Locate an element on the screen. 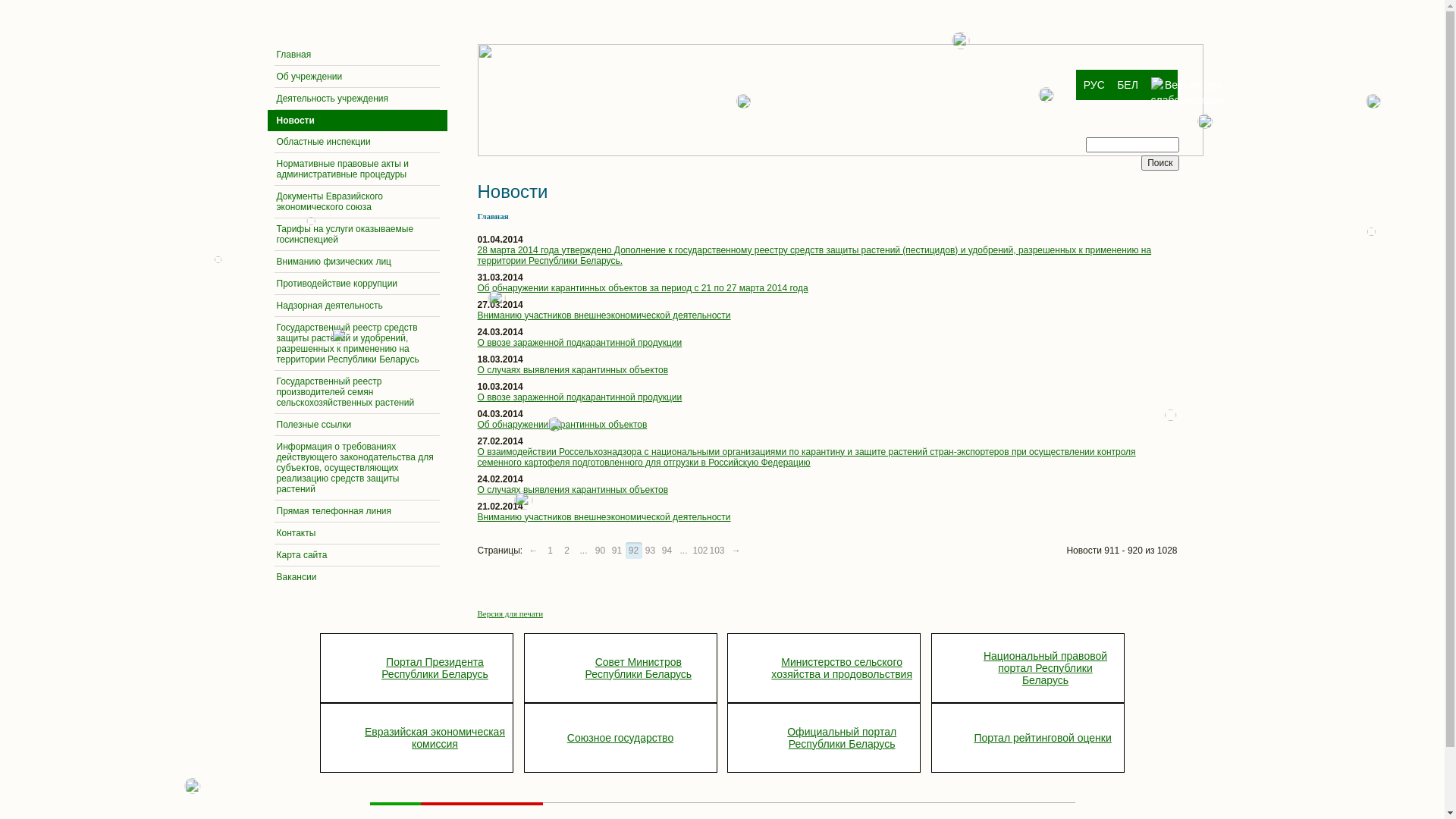  '103' is located at coordinates (716, 550).